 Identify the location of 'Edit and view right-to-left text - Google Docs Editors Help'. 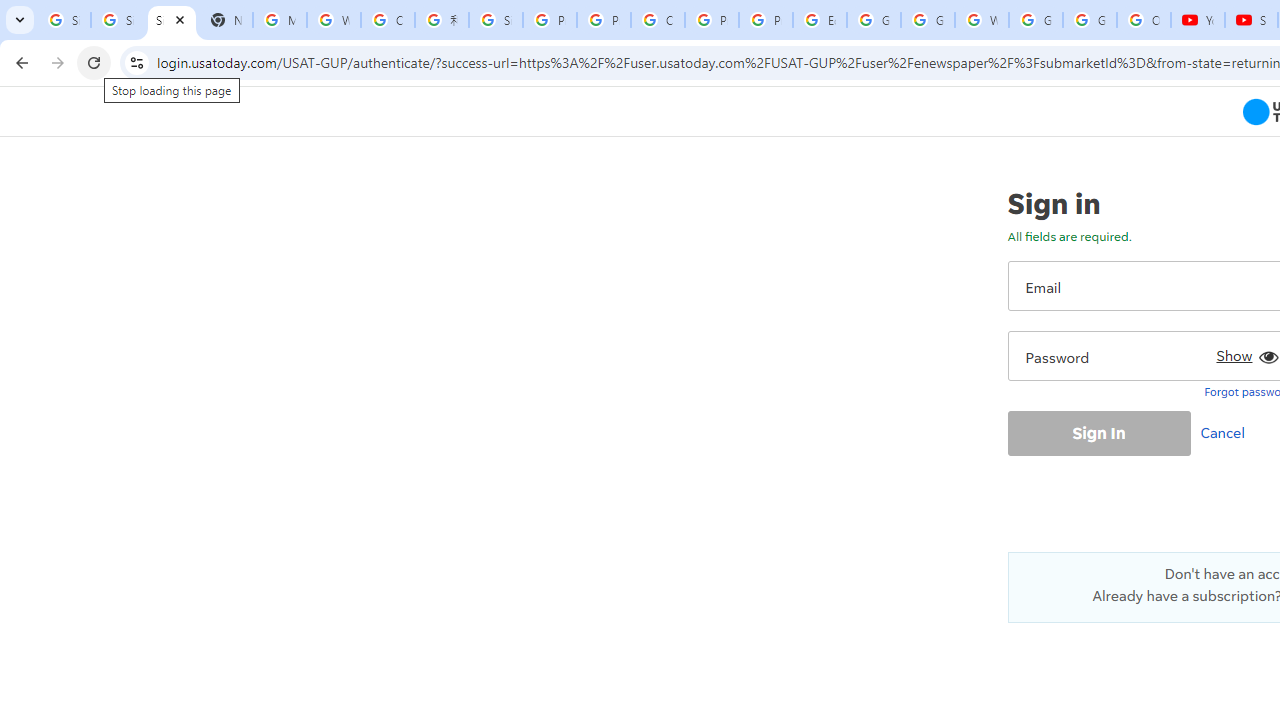
(819, 20).